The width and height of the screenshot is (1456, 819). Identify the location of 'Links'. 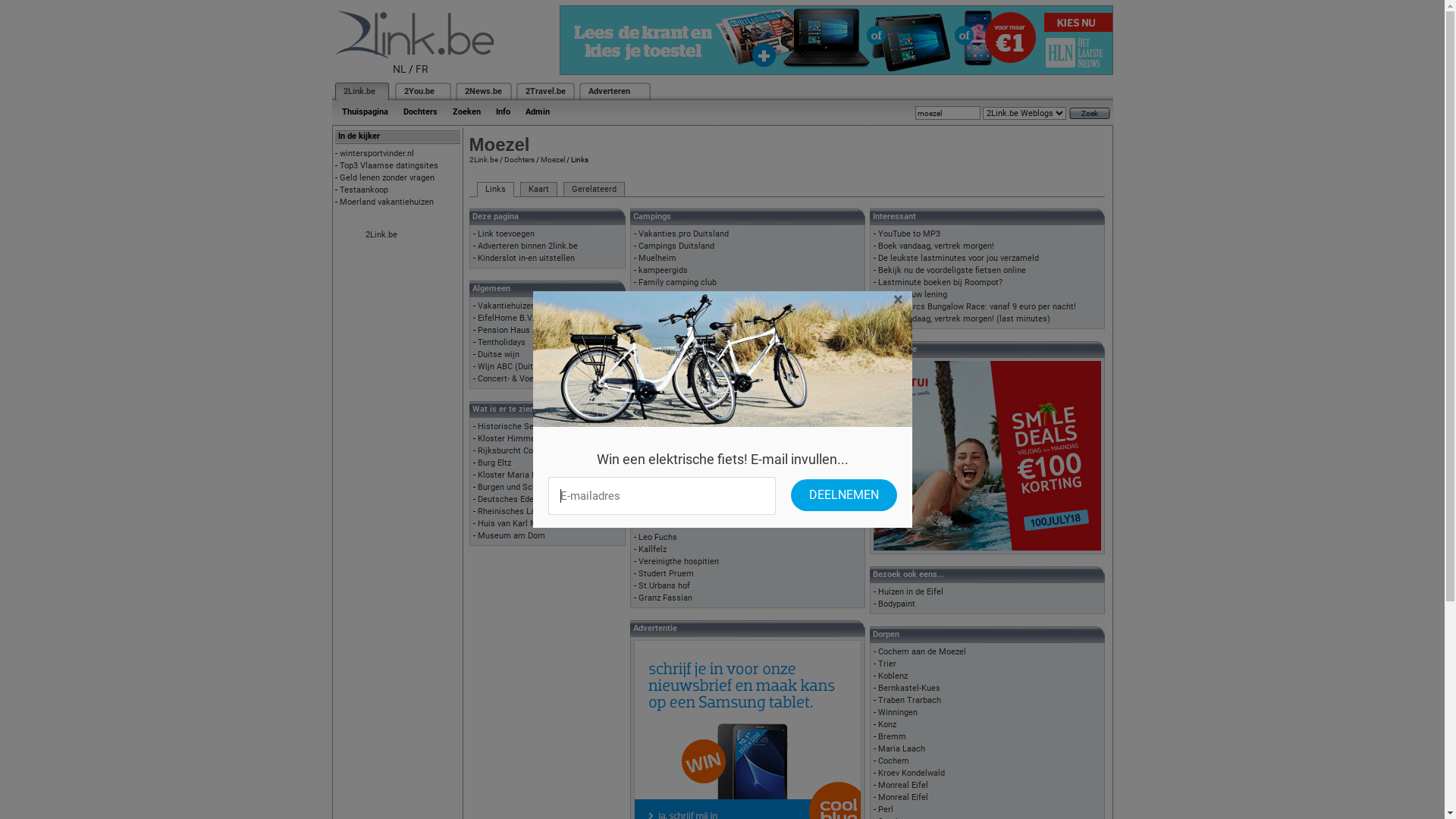
(494, 189).